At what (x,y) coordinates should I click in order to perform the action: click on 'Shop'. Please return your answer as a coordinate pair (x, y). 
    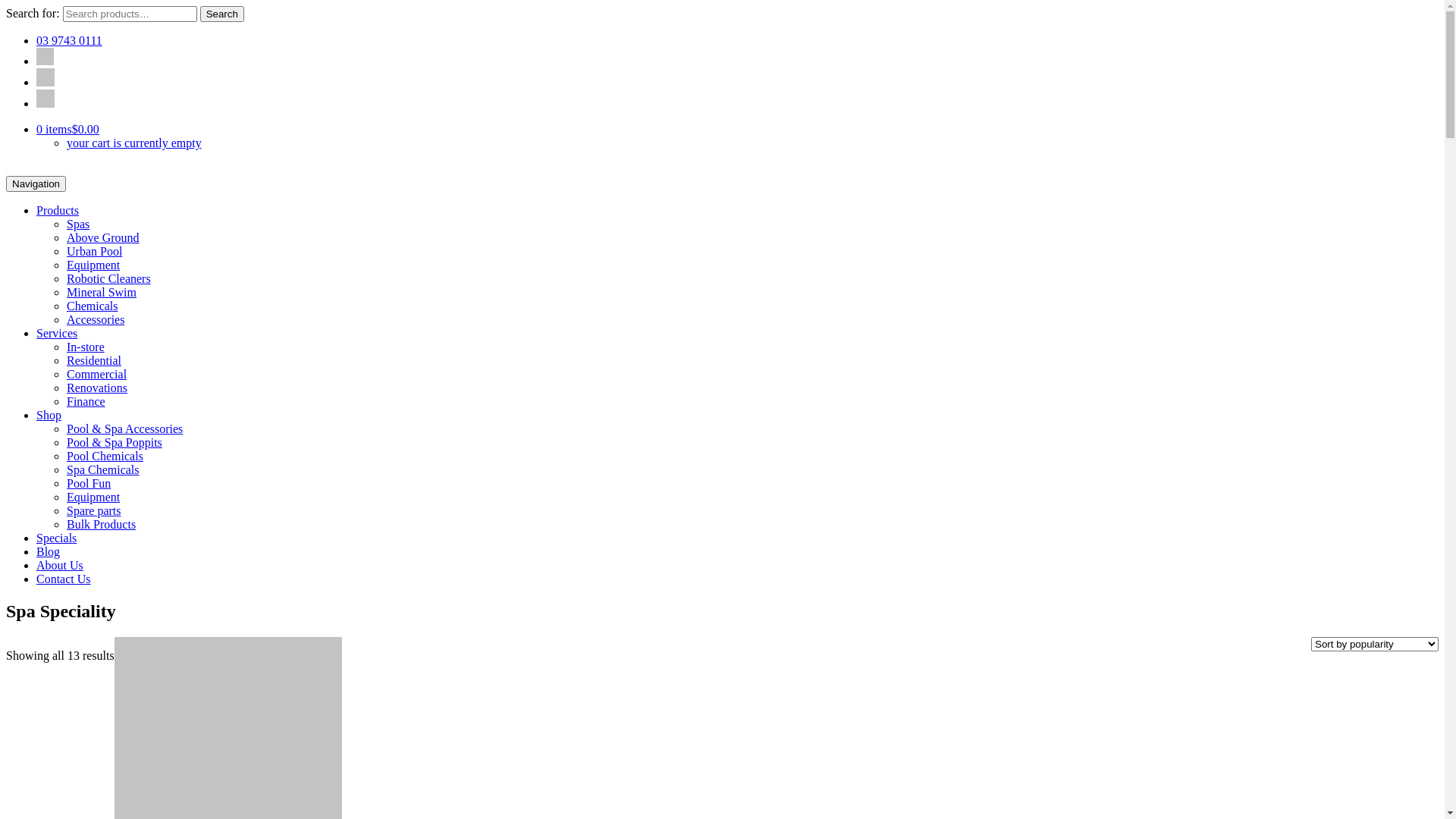
    Looking at the image, I should click on (49, 415).